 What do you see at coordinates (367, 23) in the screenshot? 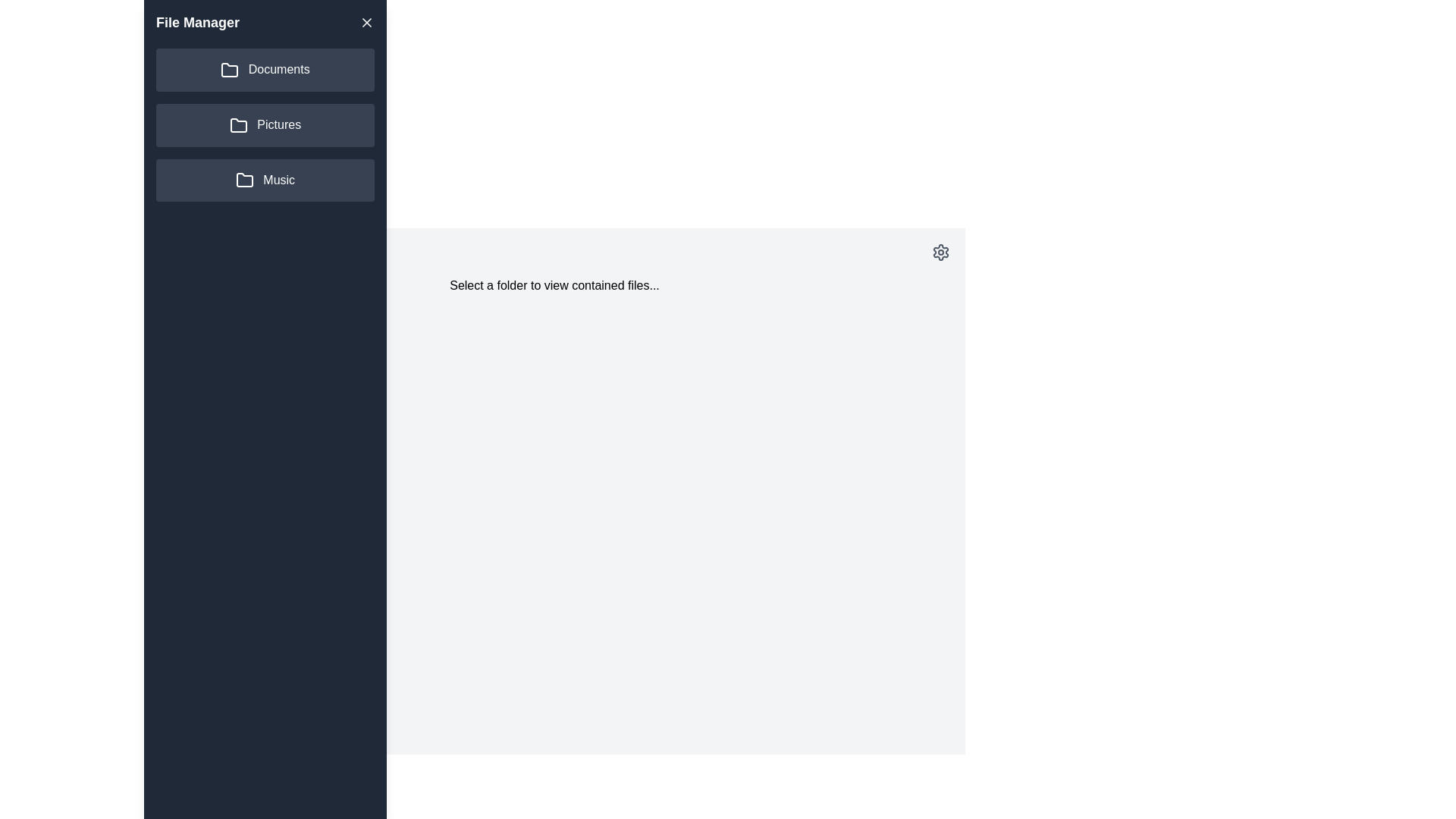
I see `close button at the top-right corner of the side drawer to toggle its state` at bounding box center [367, 23].